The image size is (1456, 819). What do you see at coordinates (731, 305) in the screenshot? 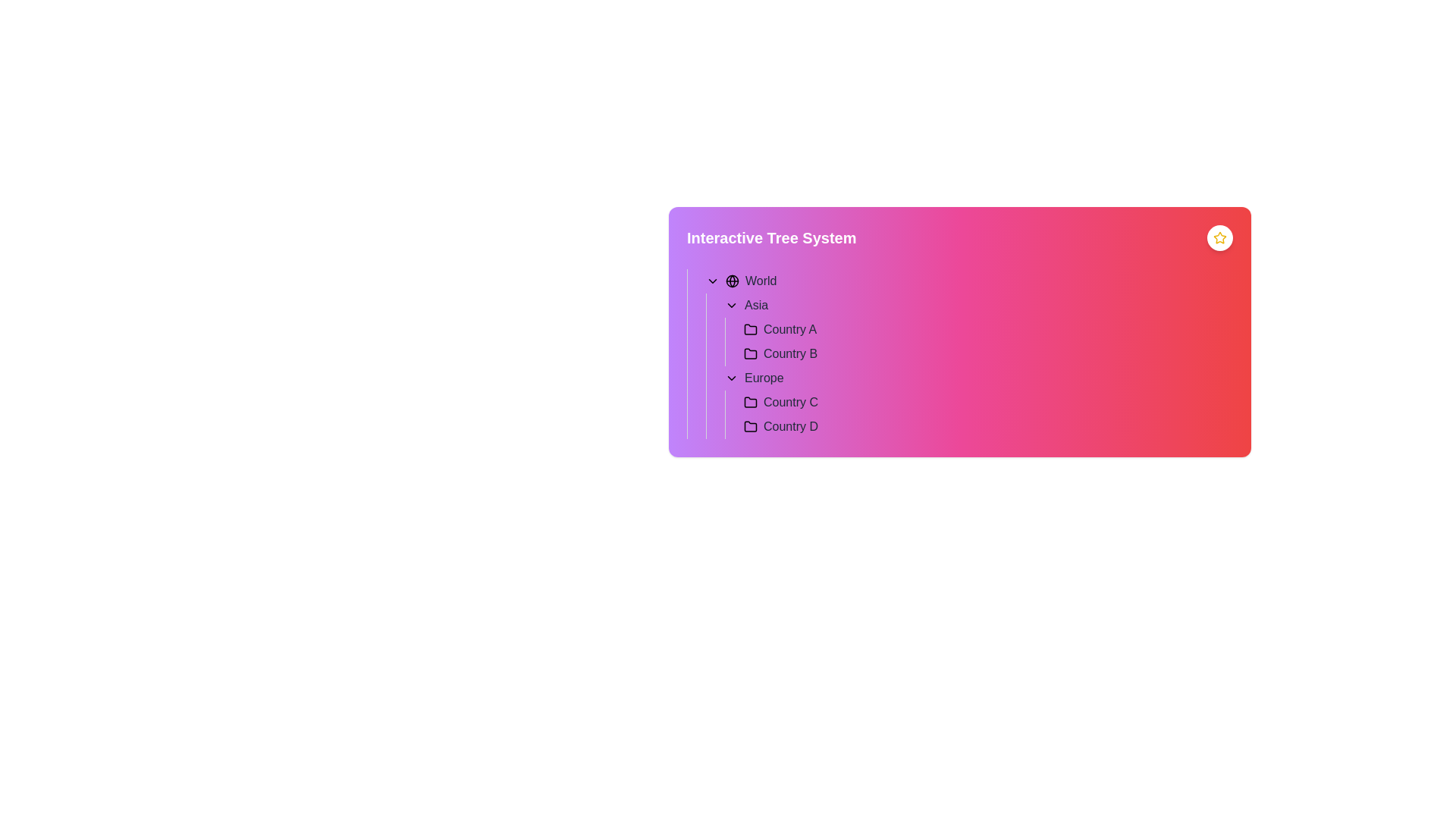
I see `the downward-pointing chevron icon located next to the 'Asia' text` at bounding box center [731, 305].